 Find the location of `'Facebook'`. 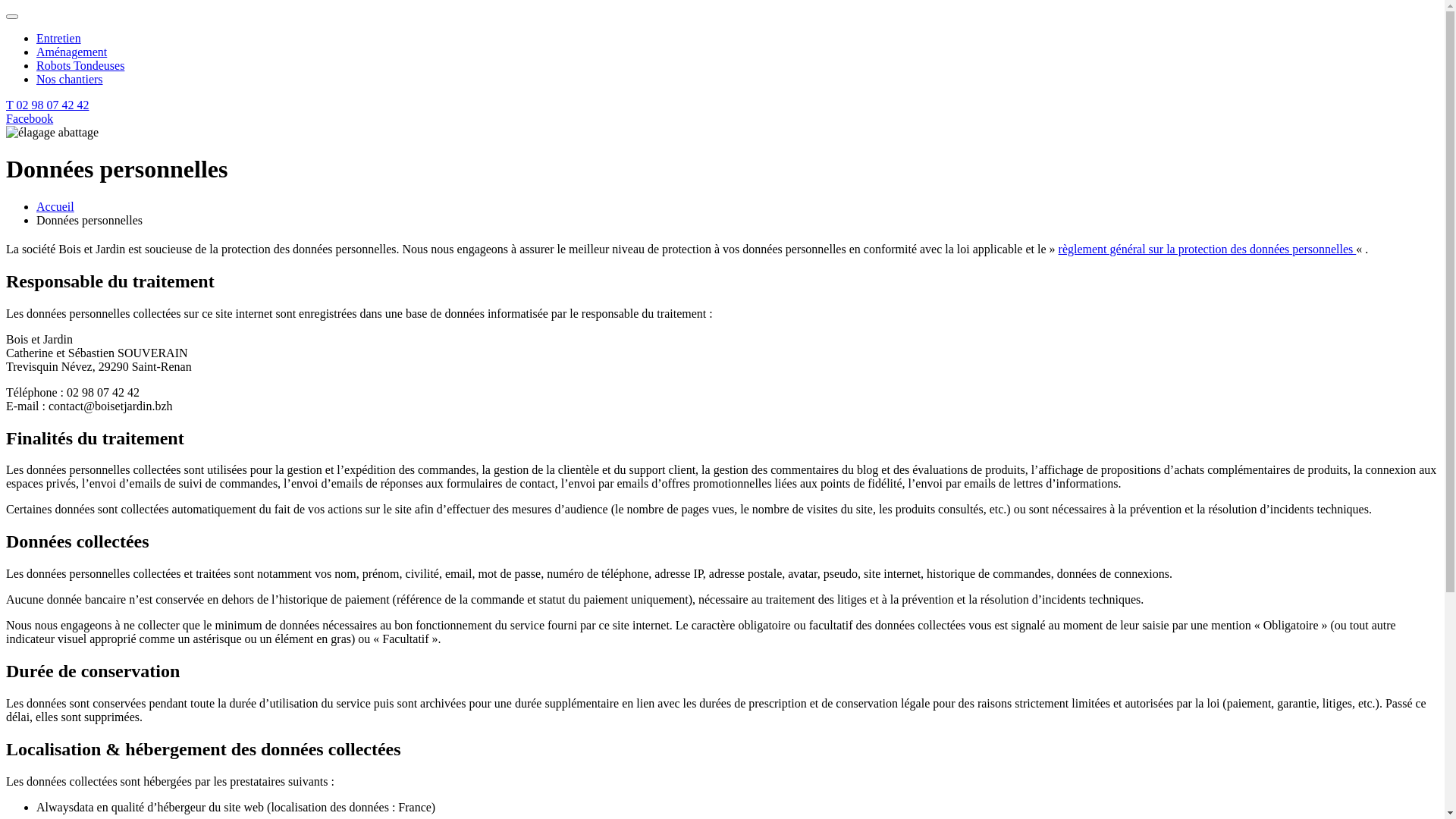

'Facebook' is located at coordinates (29, 118).